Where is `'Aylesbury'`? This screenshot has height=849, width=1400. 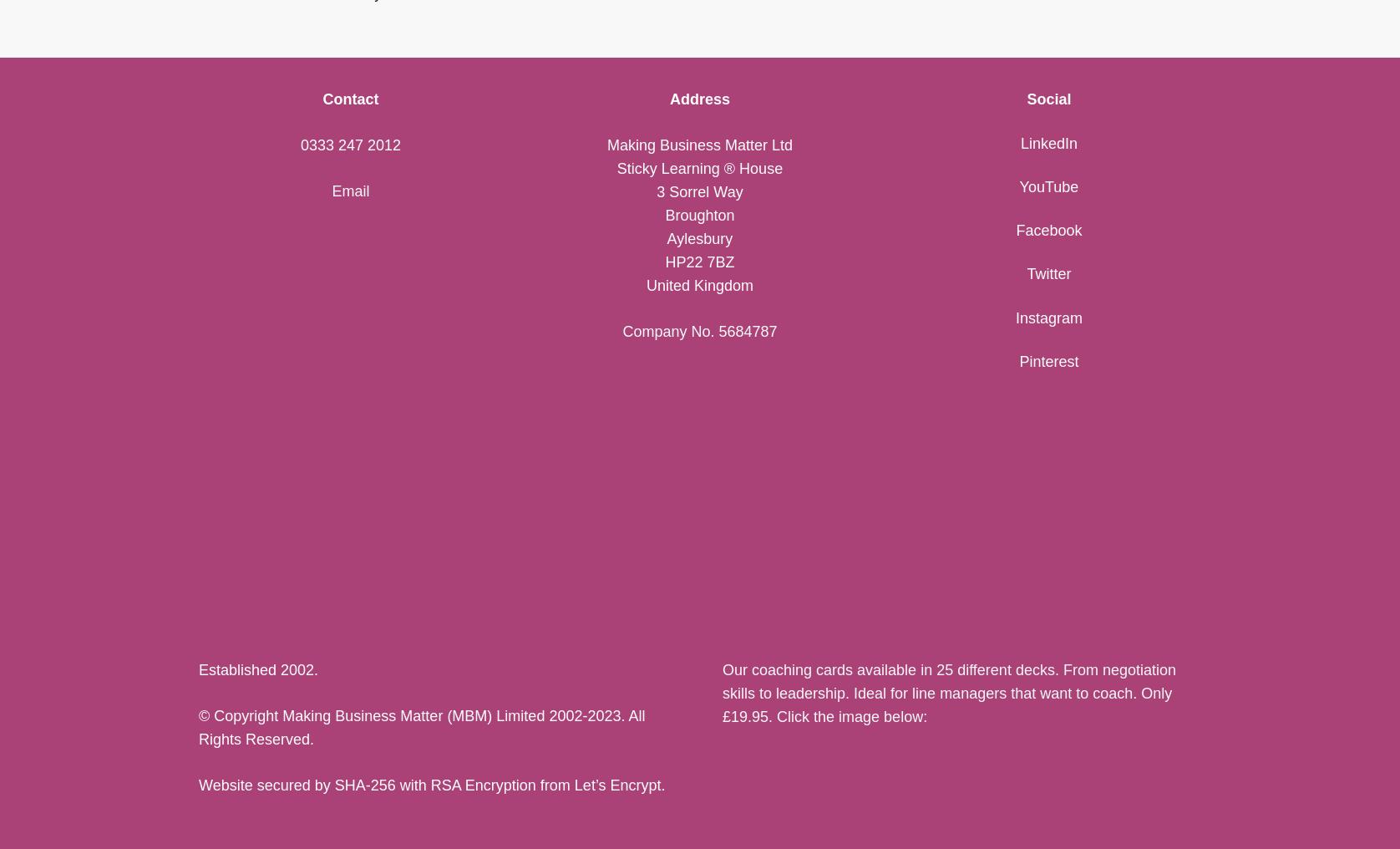
'Aylesbury' is located at coordinates (698, 236).